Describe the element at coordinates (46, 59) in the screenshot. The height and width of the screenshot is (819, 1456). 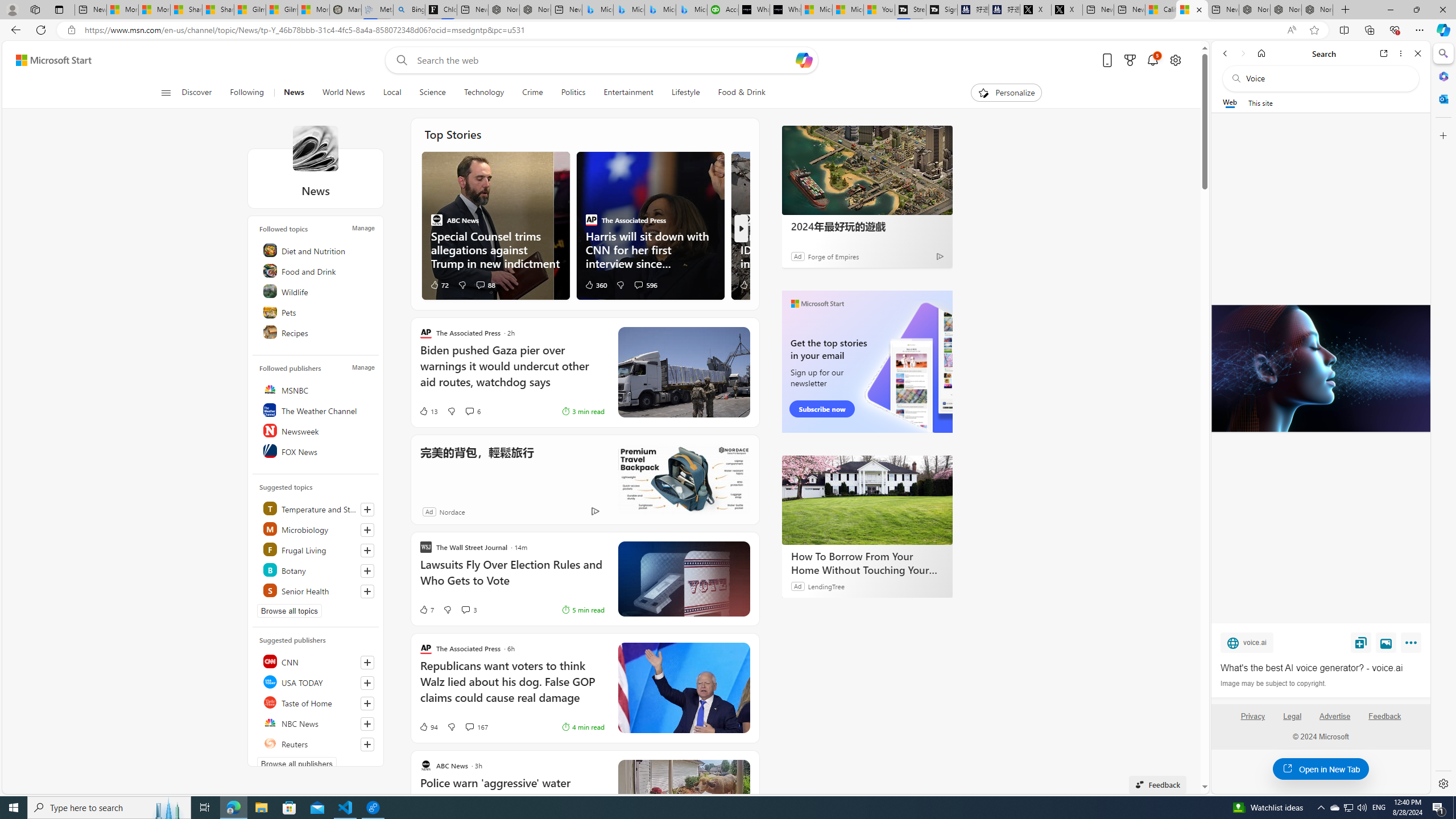
I see `'Skip to footer'` at that location.